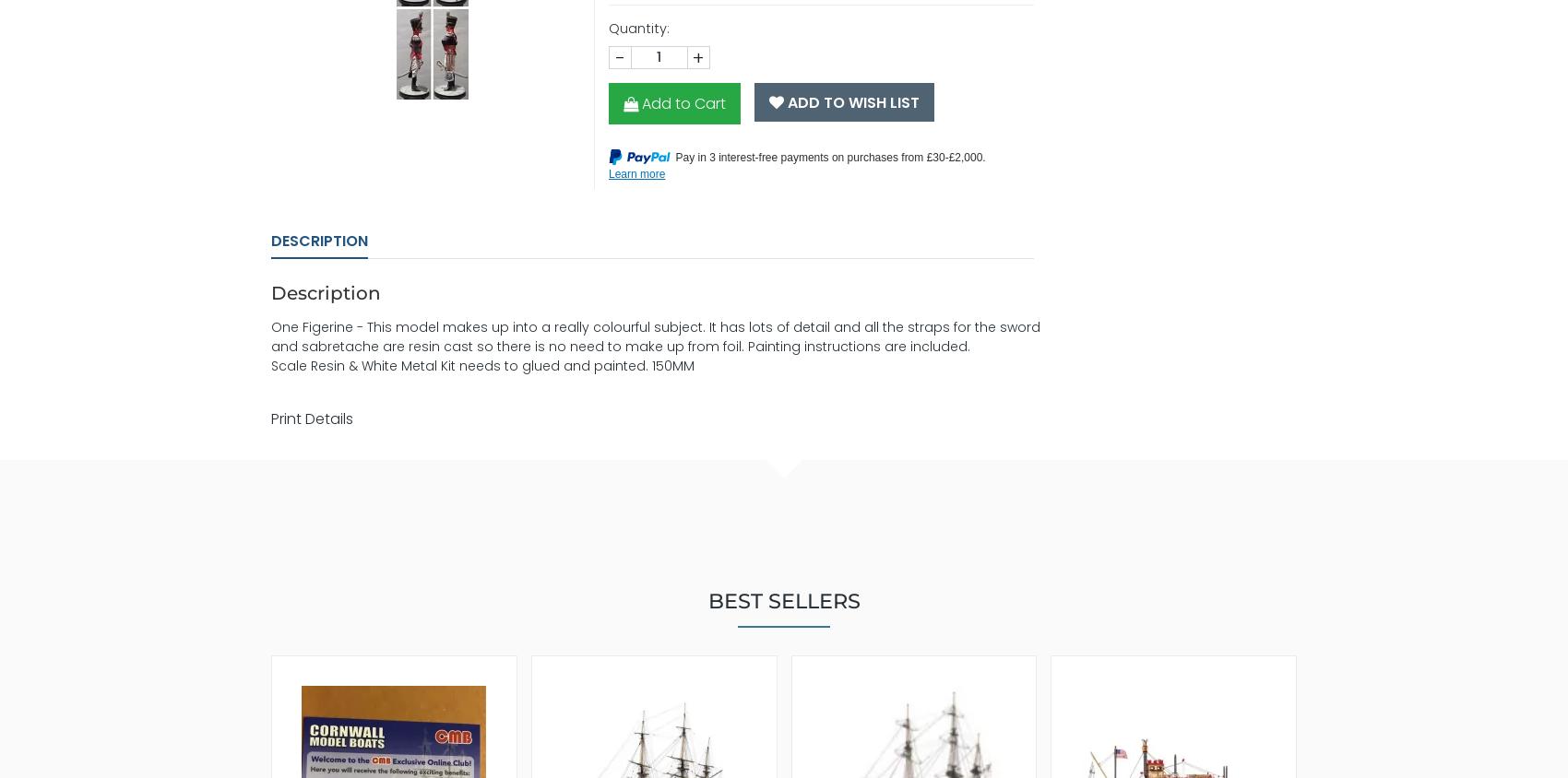 This screenshot has width=1568, height=778. What do you see at coordinates (638, 26) in the screenshot?
I see `'Quantity:'` at bounding box center [638, 26].